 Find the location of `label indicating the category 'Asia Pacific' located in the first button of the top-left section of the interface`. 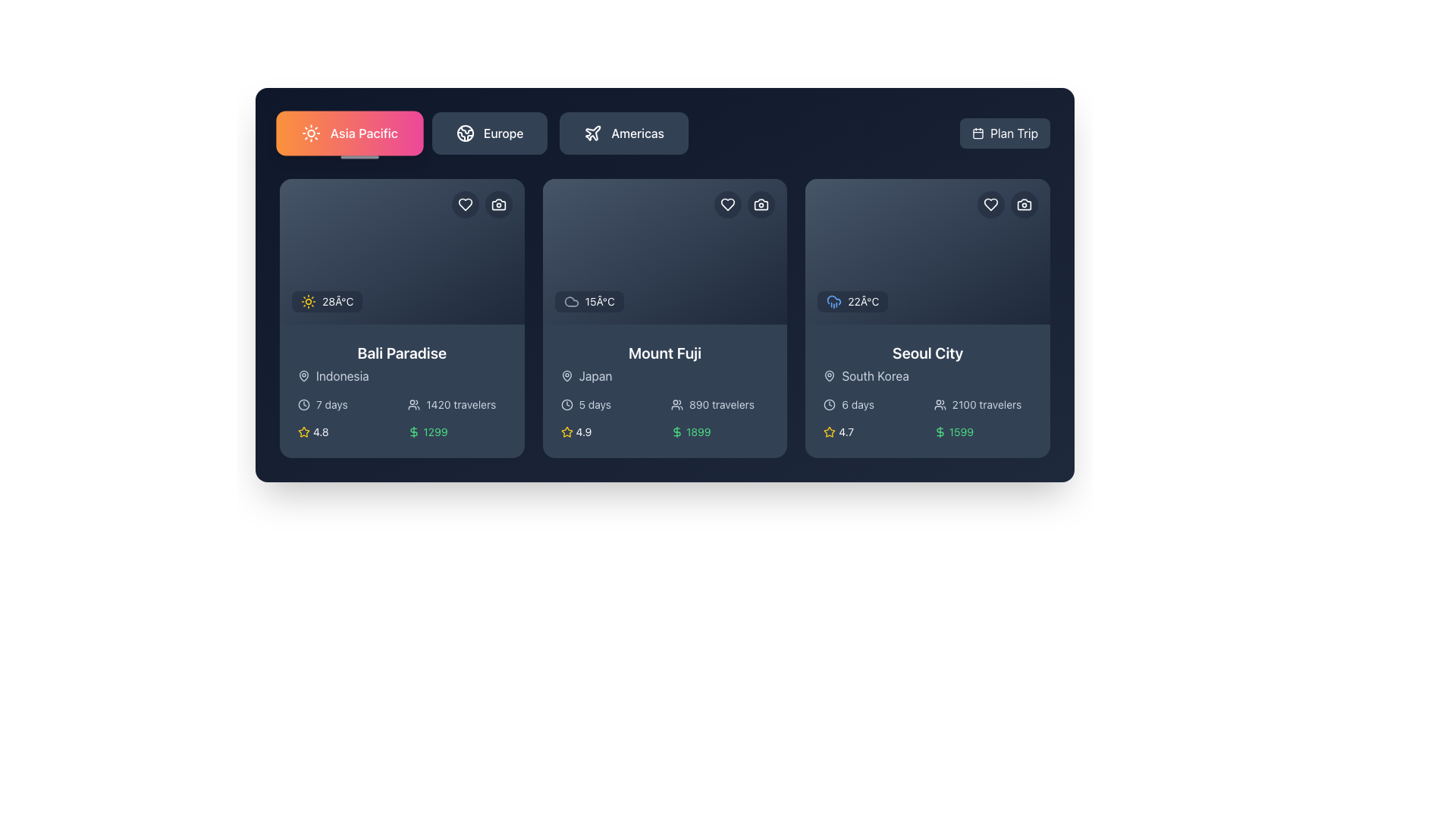

label indicating the category 'Asia Pacific' located in the first button of the top-left section of the interface is located at coordinates (364, 133).